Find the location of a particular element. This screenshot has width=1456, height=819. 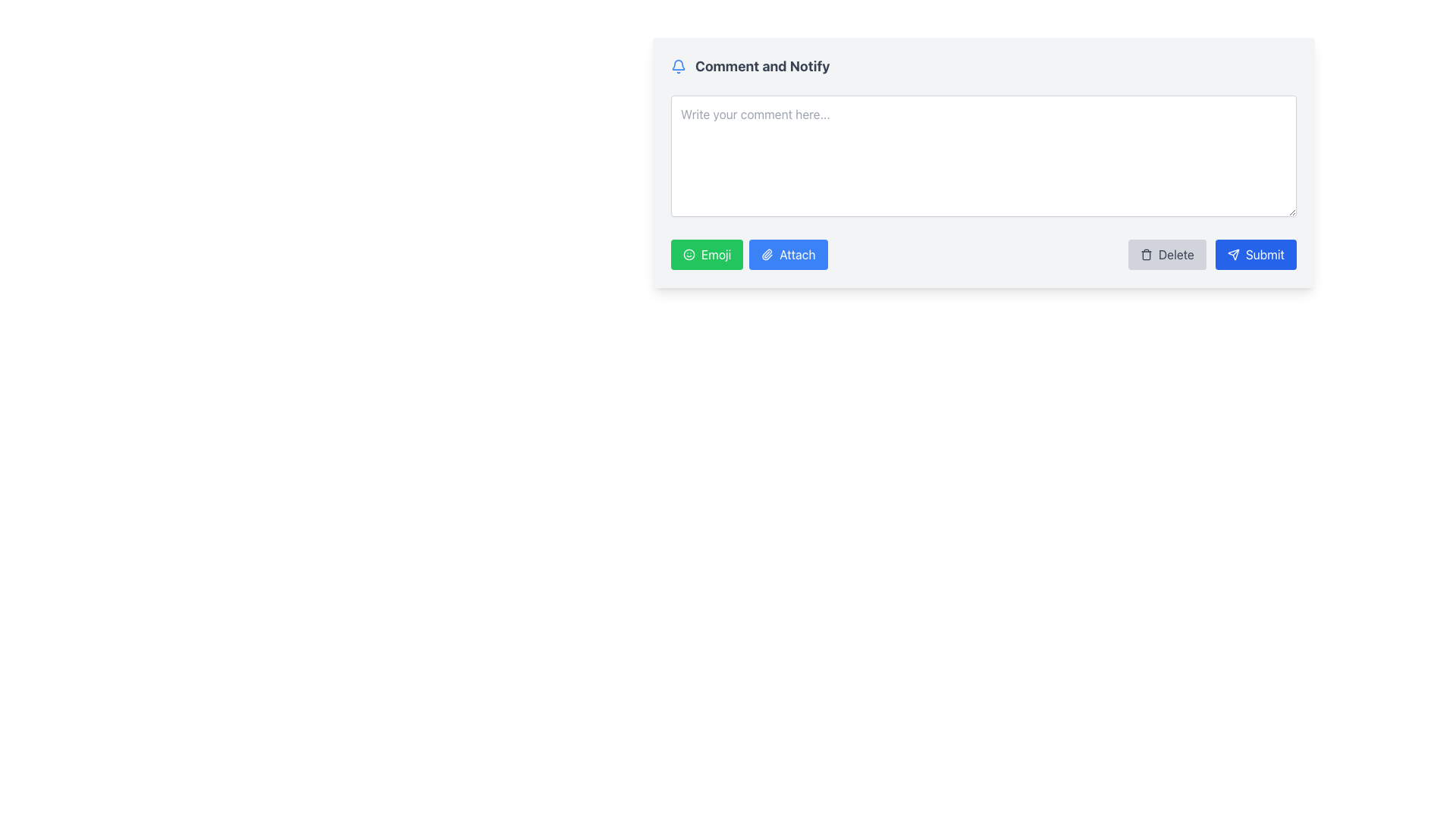

the 'Delete' button located at the bottom of the comment interface, which features a trash can icon to the left of the text 'Delete' is located at coordinates (1166, 253).